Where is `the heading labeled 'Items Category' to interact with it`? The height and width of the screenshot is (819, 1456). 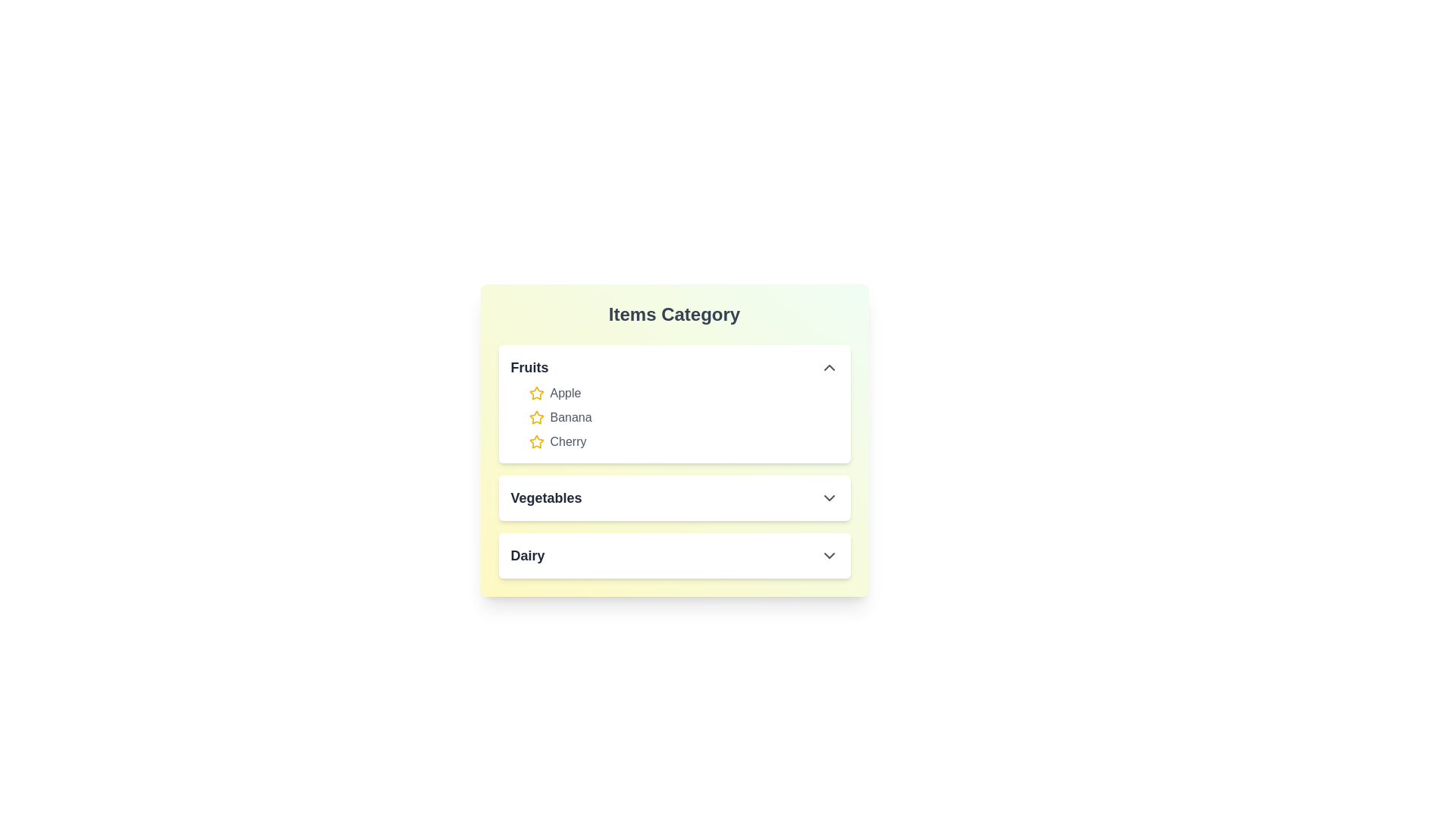
the heading labeled 'Items Category' to interact with it is located at coordinates (673, 314).